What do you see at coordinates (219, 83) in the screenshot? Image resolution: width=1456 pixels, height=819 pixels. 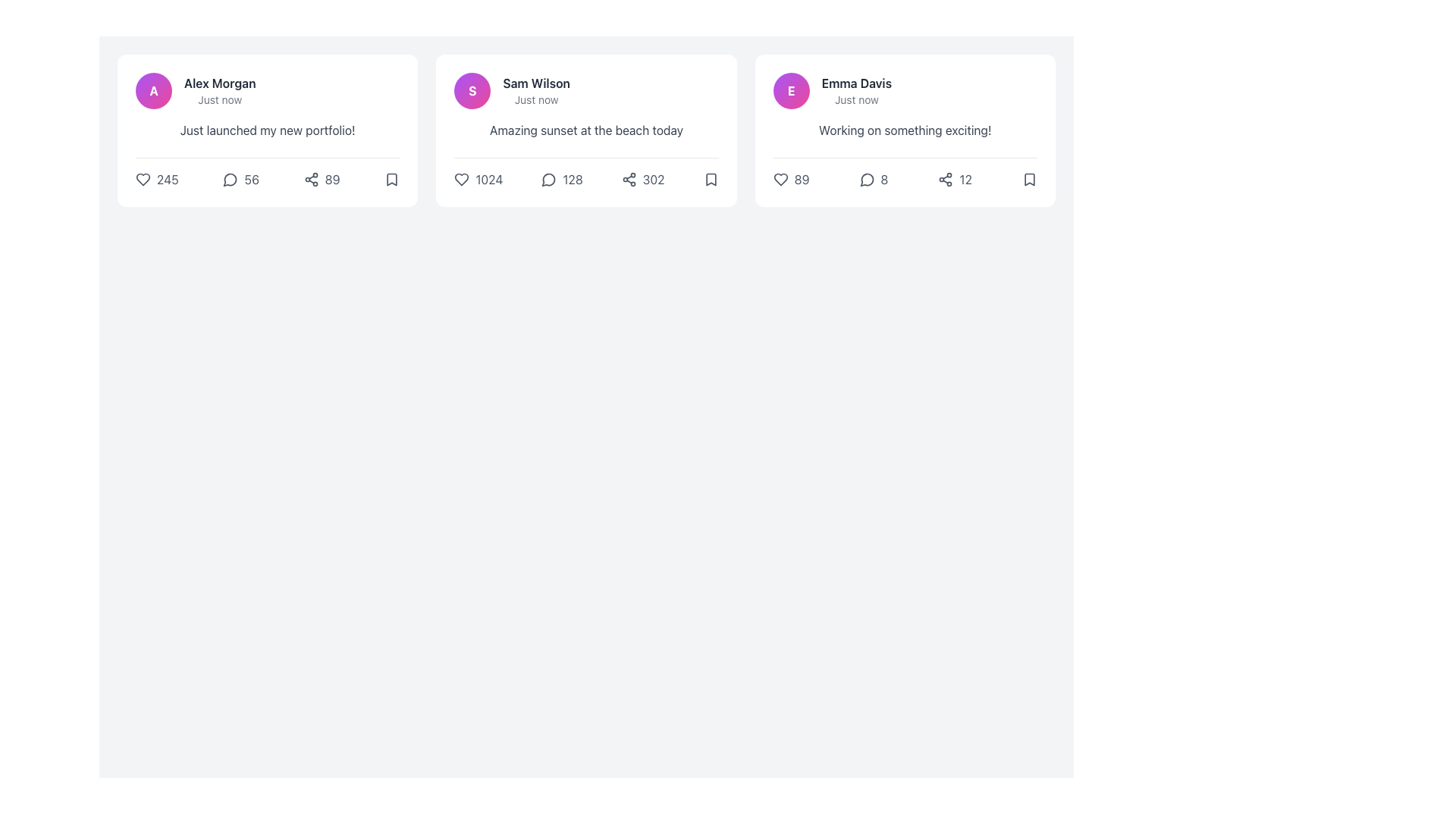 I see `text of the Text Label that identifies the author of the post, located at the top-left corner of the first card, displaying 'Alex Morgan'` at bounding box center [219, 83].